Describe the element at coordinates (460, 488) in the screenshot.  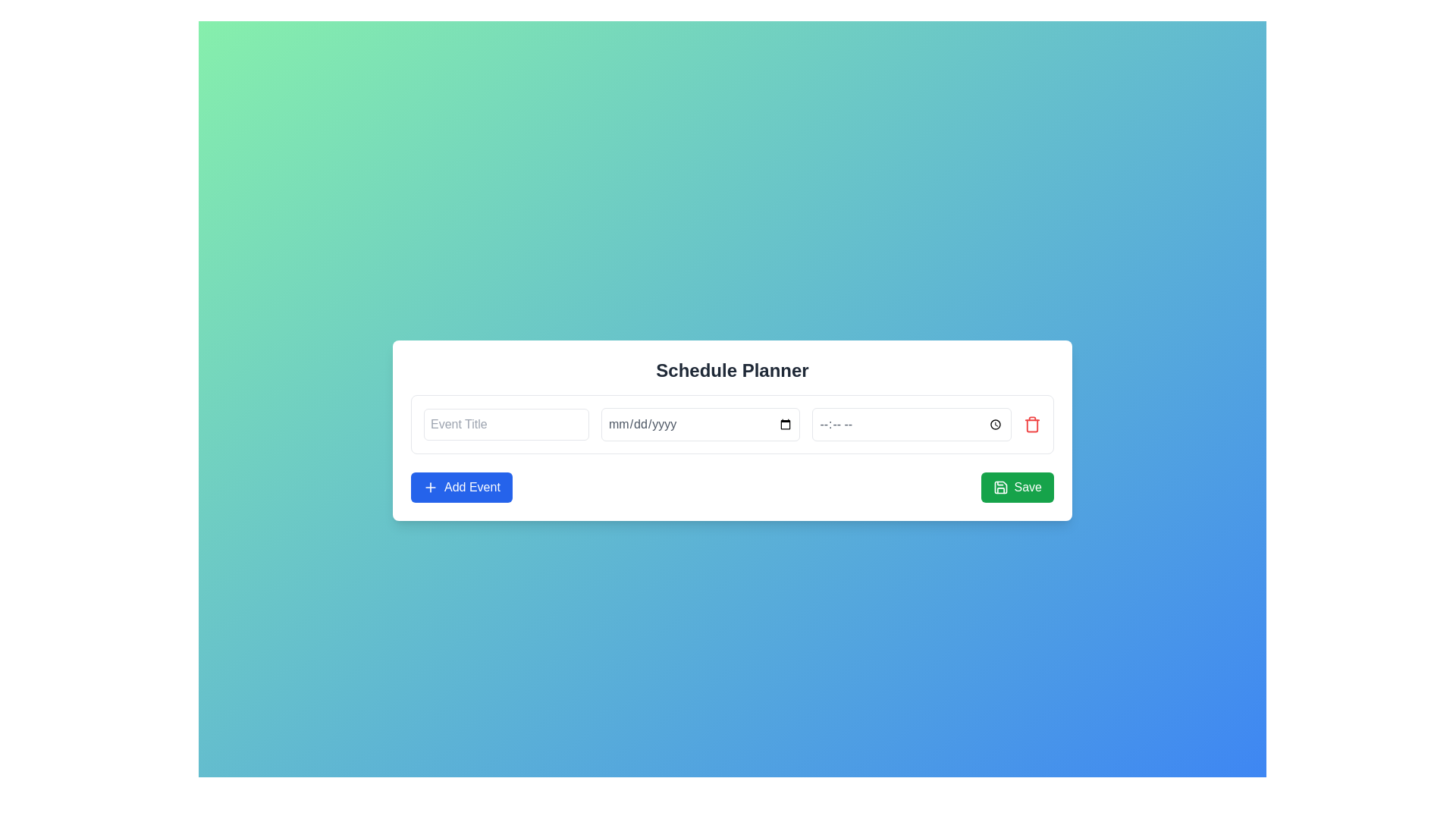
I see `the first button from the left in the horizontal row of buttons that is used to add a new event` at that location.